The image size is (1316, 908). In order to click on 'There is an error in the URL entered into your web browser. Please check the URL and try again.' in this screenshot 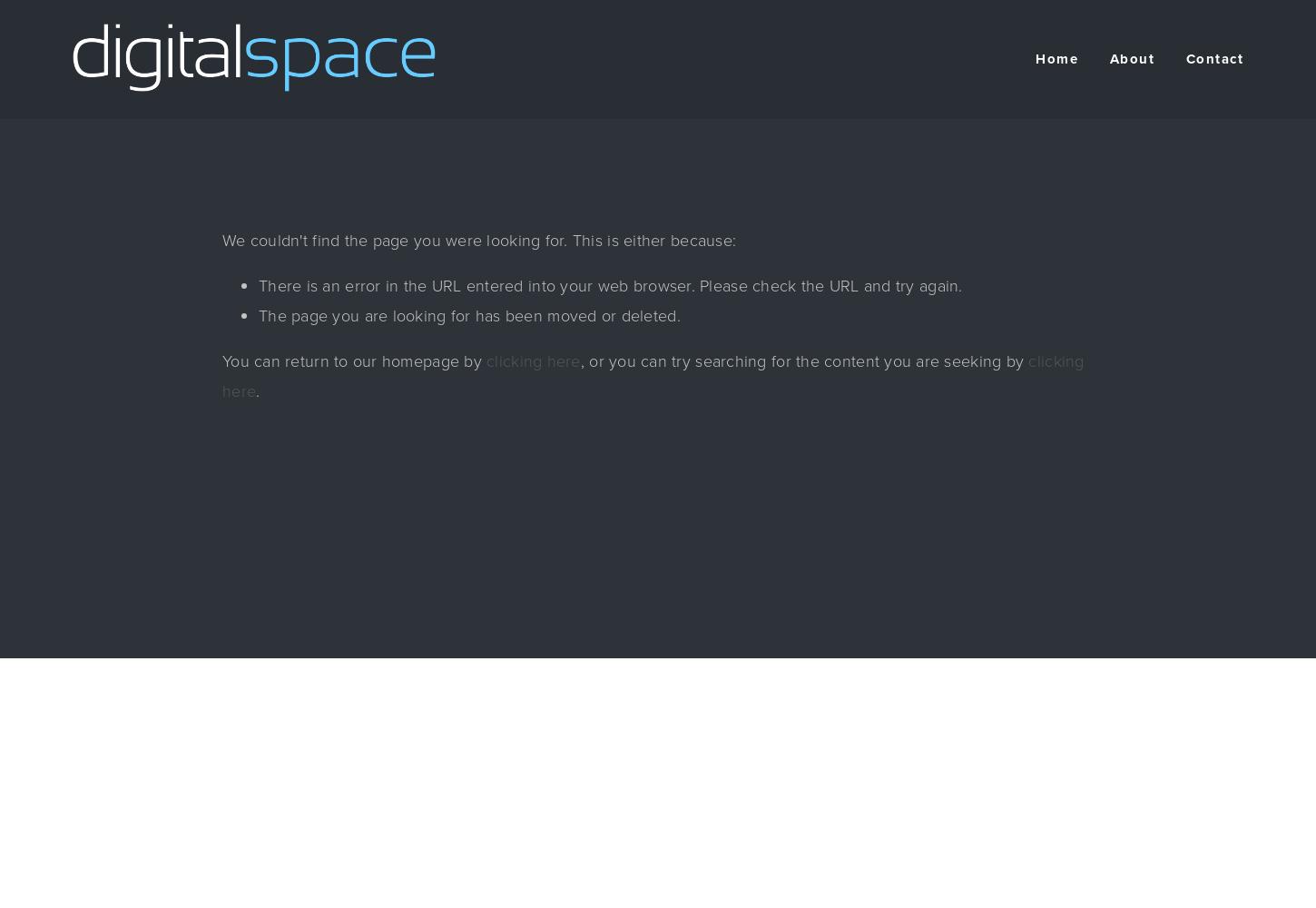, I will do `click(609, 285)`.